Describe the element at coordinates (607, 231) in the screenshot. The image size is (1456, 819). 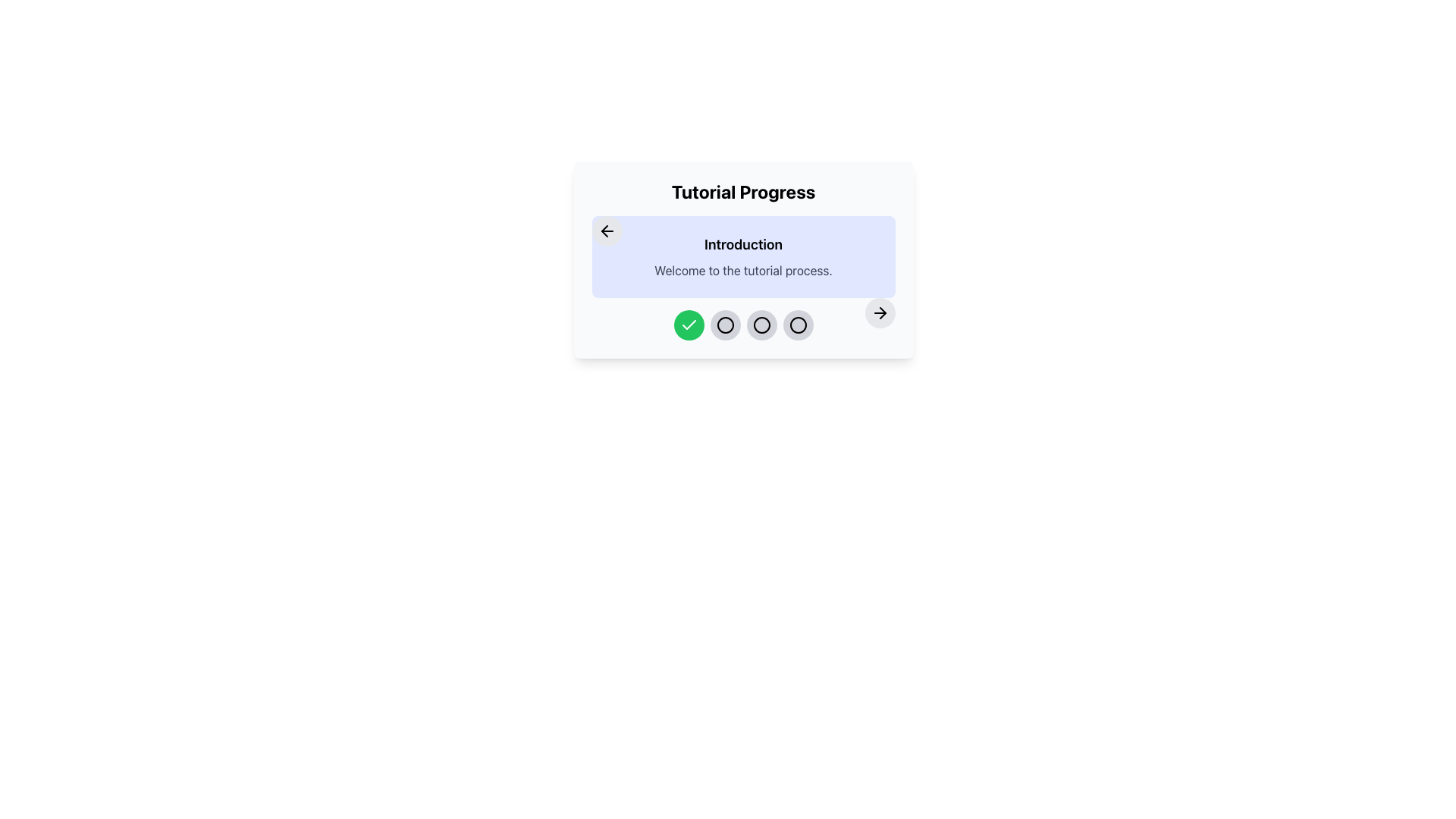
I see `the navigation button located in the upper-left corner of the main card interface, positioned to the left of the text 'Introduction'` at that location.